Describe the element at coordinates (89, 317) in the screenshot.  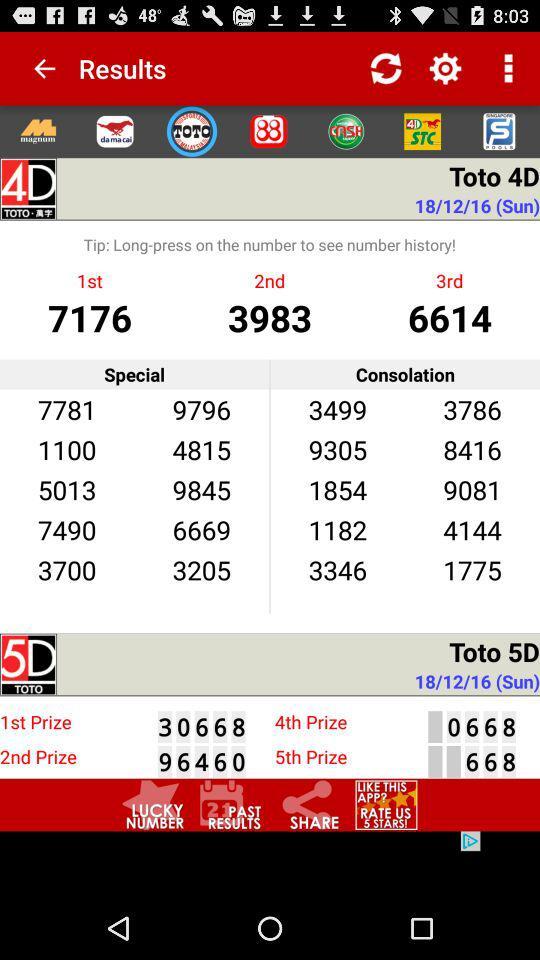
I see `the icon below the 1st item` at that location.